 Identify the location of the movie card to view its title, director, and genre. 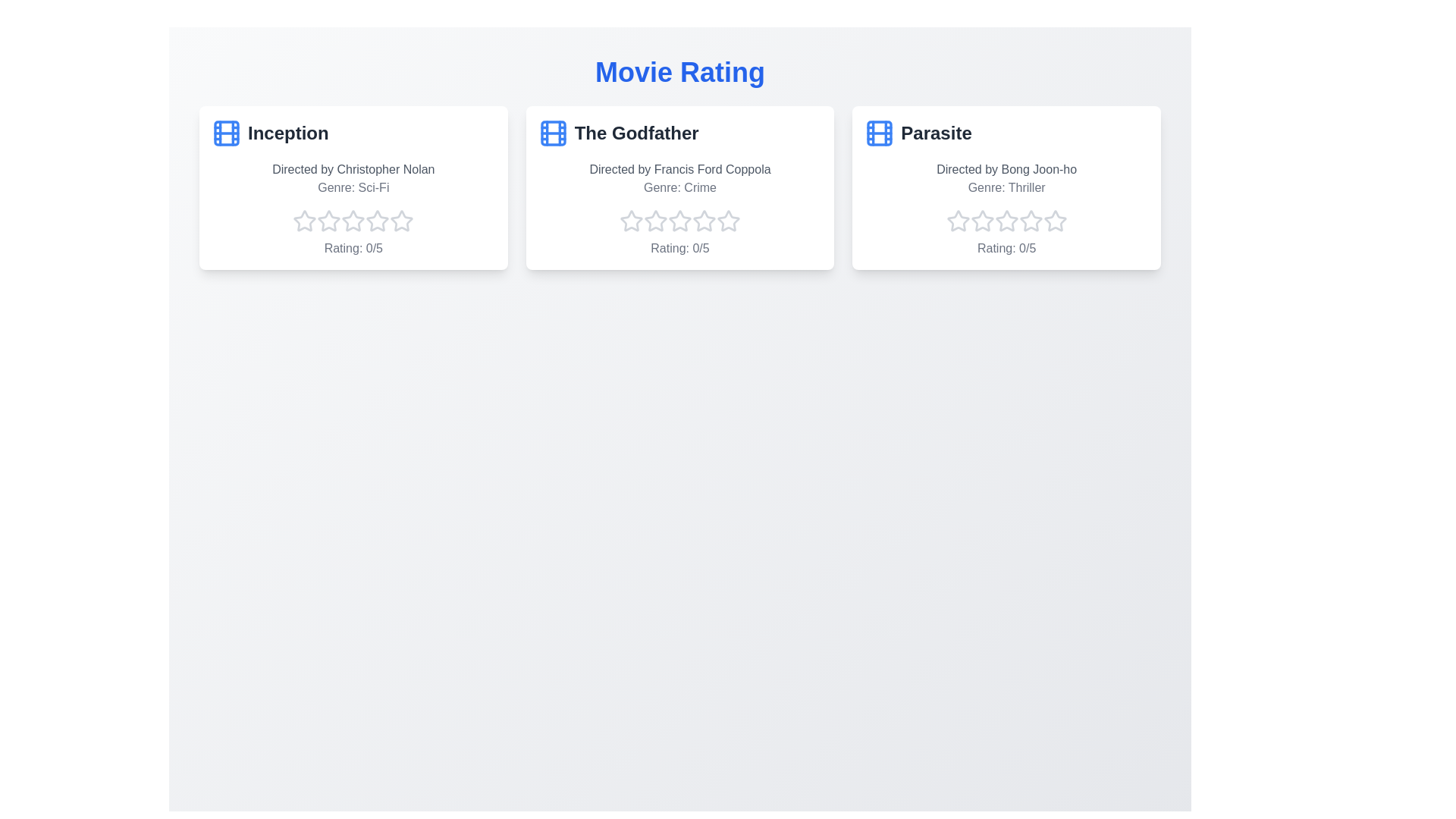
(352, 187).